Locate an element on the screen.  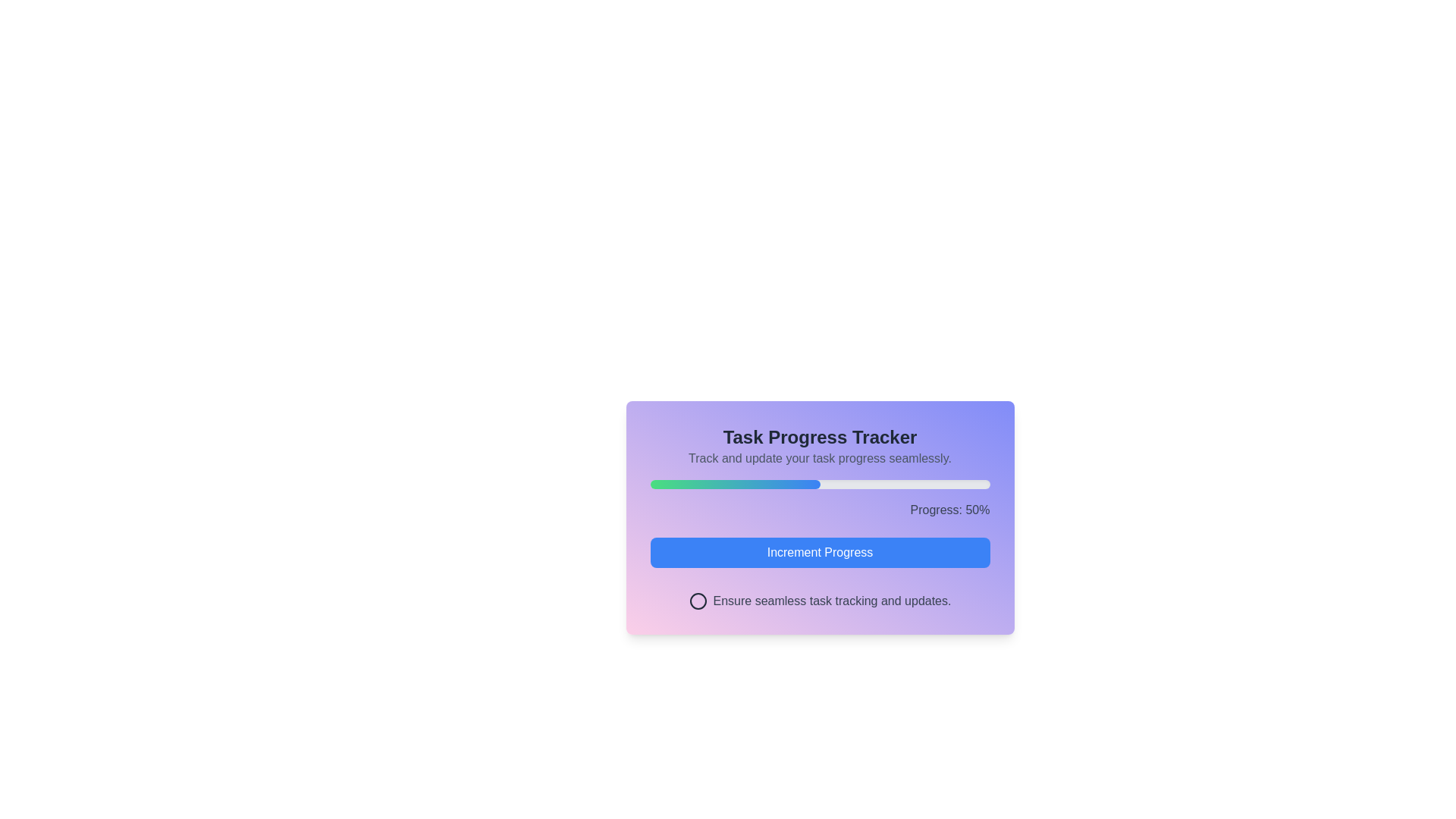
the main header text that indicates task progress tracking, located at the center of a card component is located at coordinates (819, 438).